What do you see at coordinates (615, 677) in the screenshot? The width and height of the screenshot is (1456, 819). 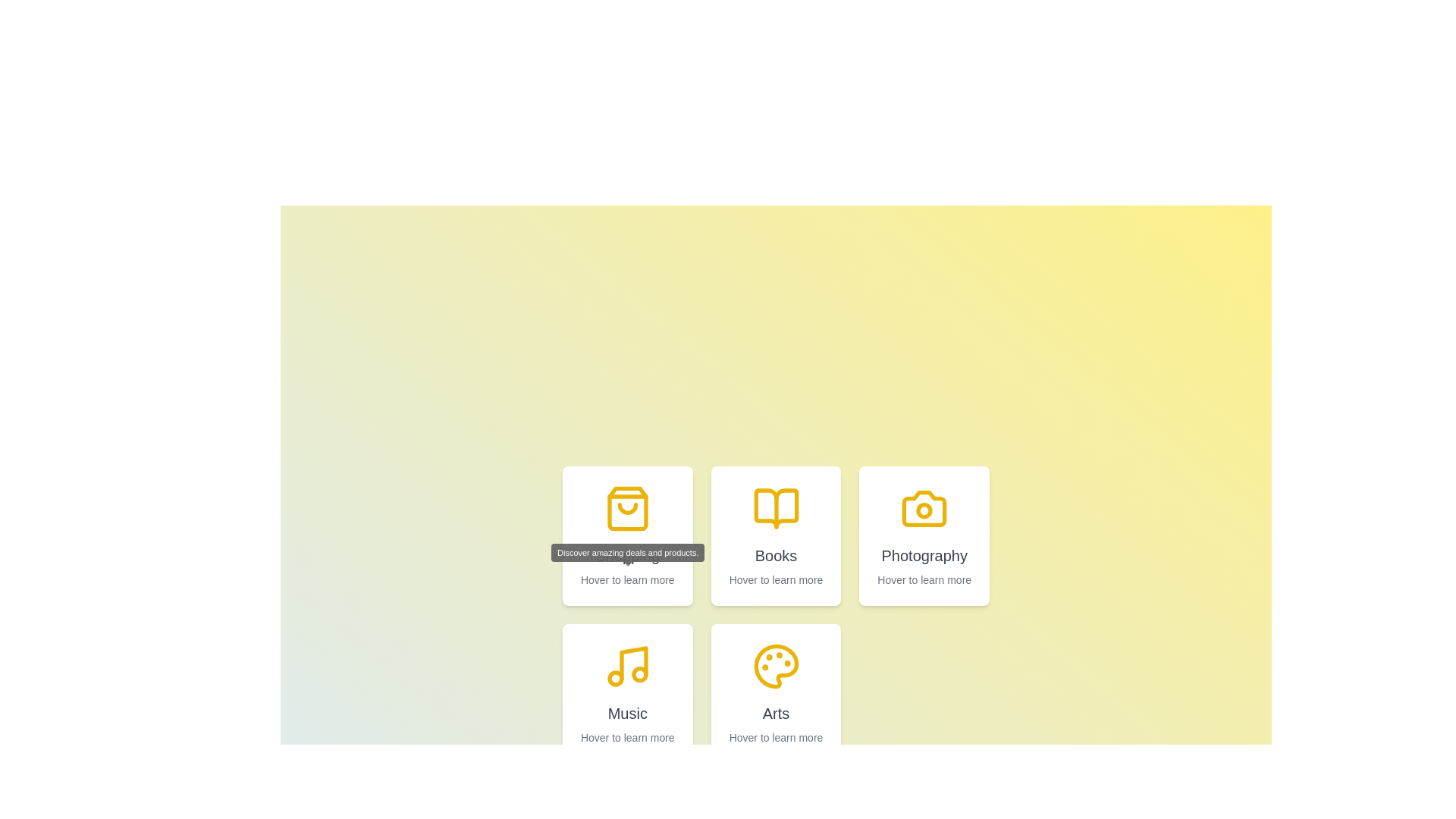 I see `the decorative circle element inside the 'Music' card, located in the second row, first column of the grid layout, positioned at the lower-left of the musical note icon` at bounding box center [615, 677].